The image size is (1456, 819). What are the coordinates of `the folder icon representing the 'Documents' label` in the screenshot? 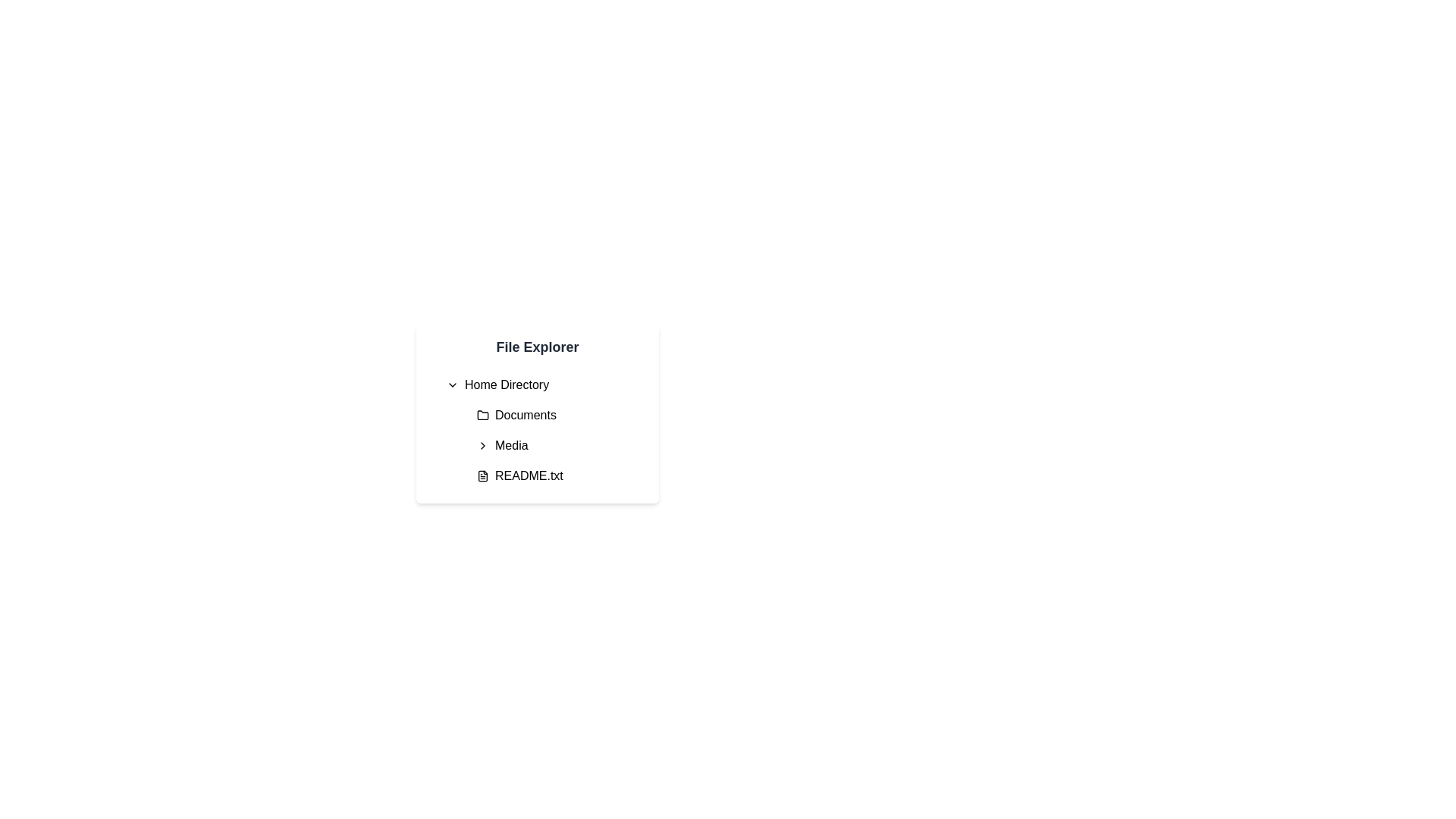 It's located at (482, 415).